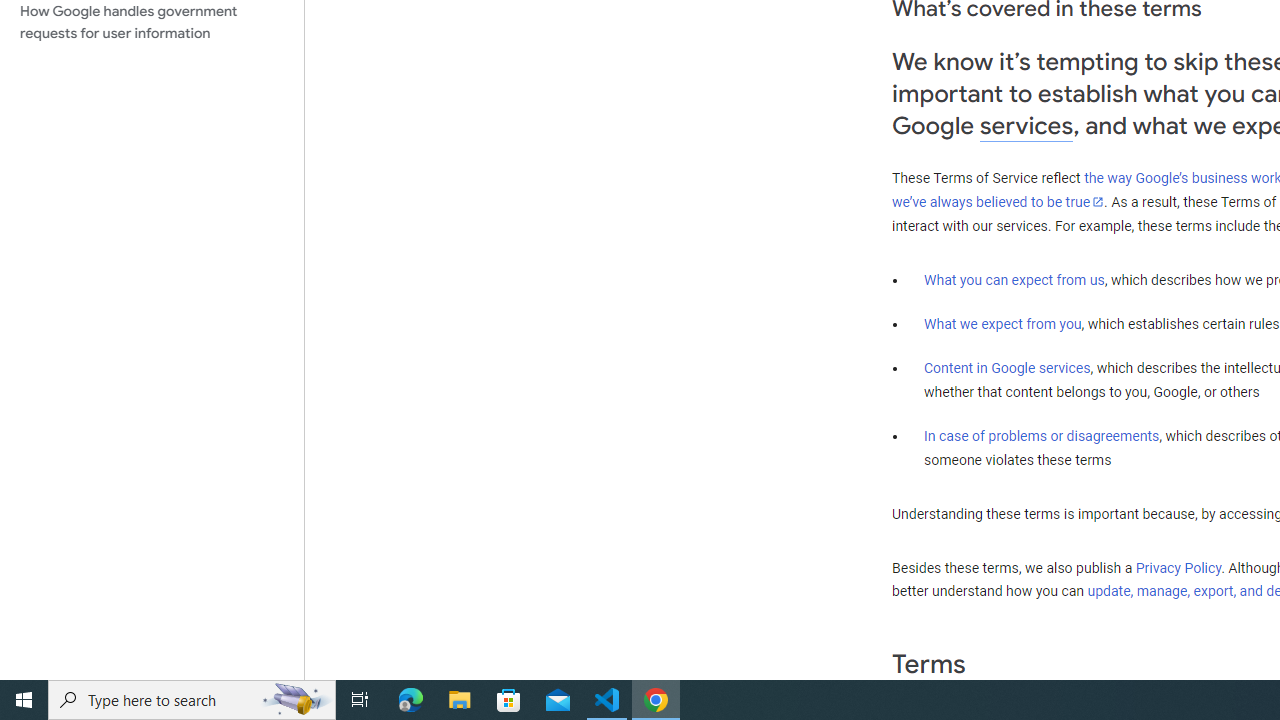  I want to click on 'In case of problems or disagreements', so click(1040, 434).